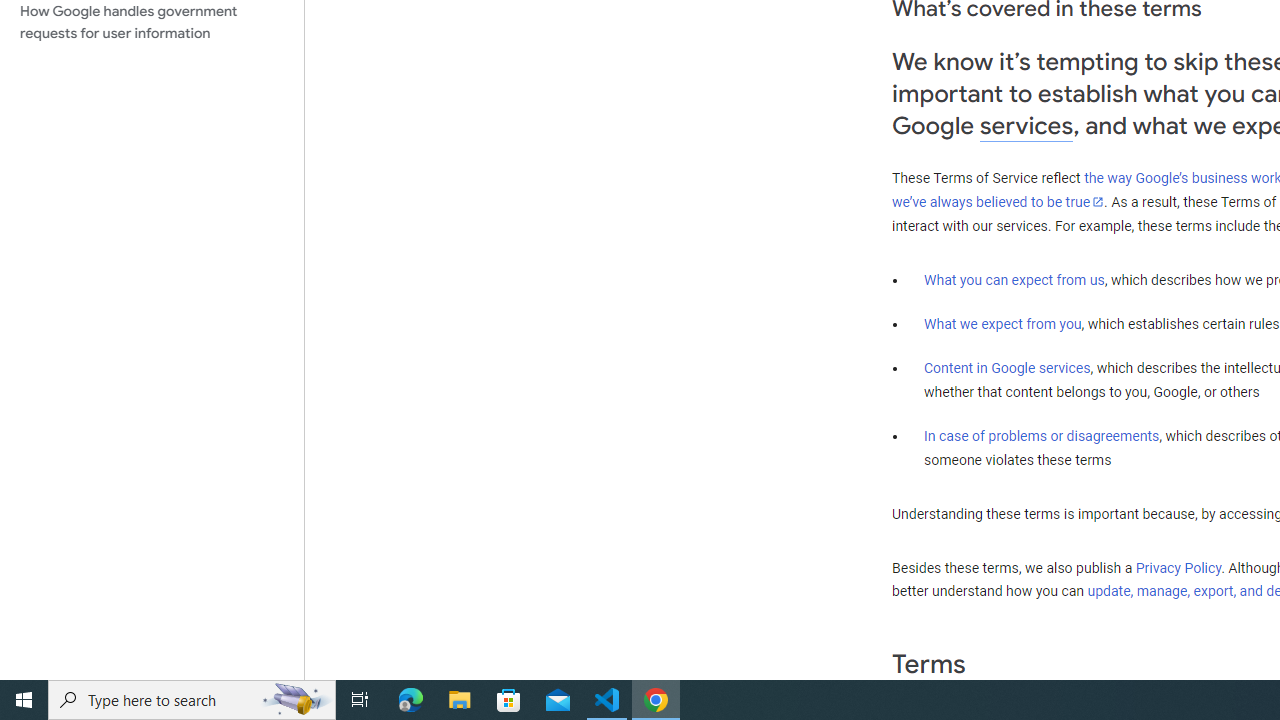  I want to click on 'In case of problems or disagreements', so click(1040, 434).